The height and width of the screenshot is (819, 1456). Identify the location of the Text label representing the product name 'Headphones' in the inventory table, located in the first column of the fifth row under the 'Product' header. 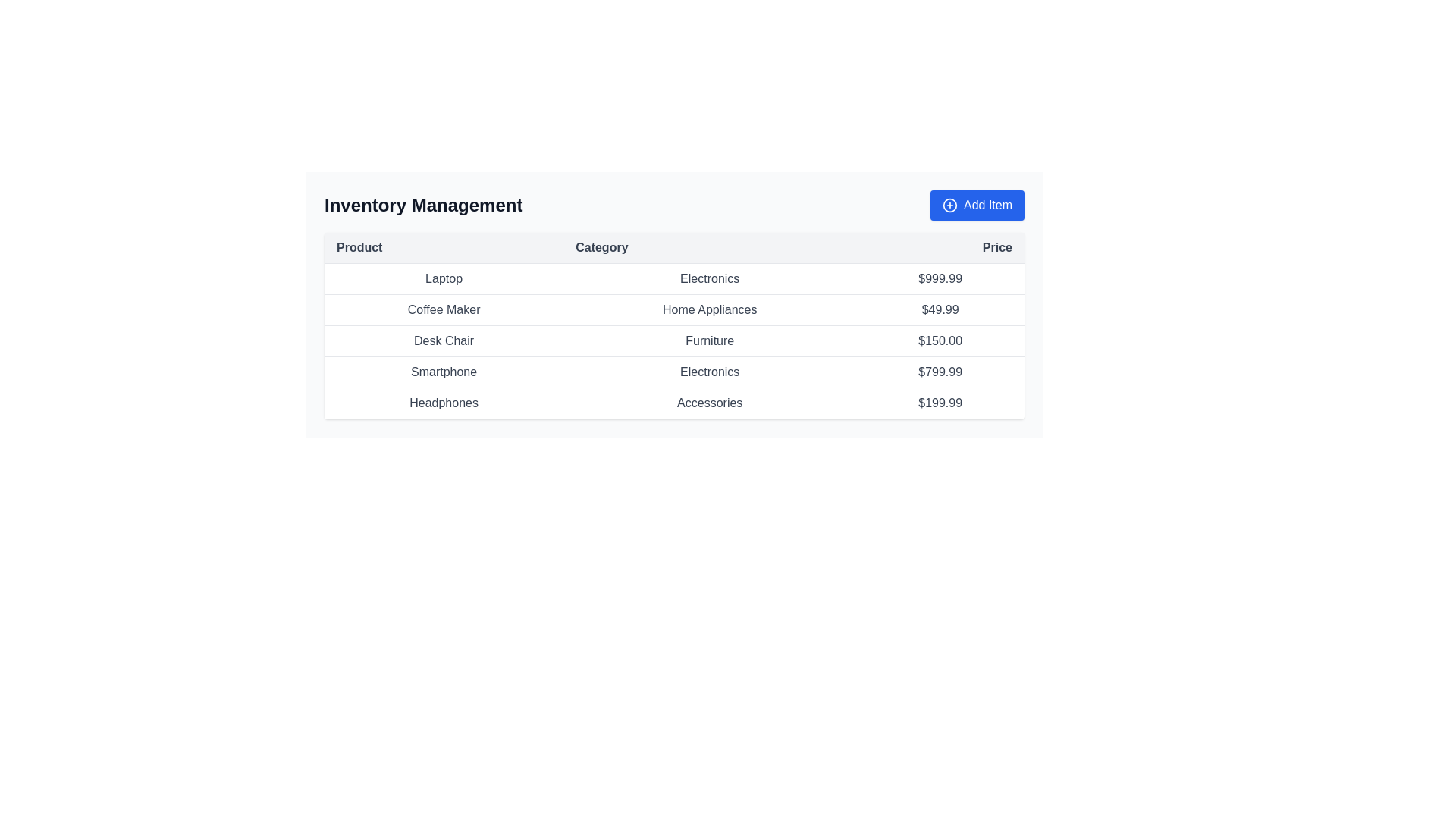
(443, 403).